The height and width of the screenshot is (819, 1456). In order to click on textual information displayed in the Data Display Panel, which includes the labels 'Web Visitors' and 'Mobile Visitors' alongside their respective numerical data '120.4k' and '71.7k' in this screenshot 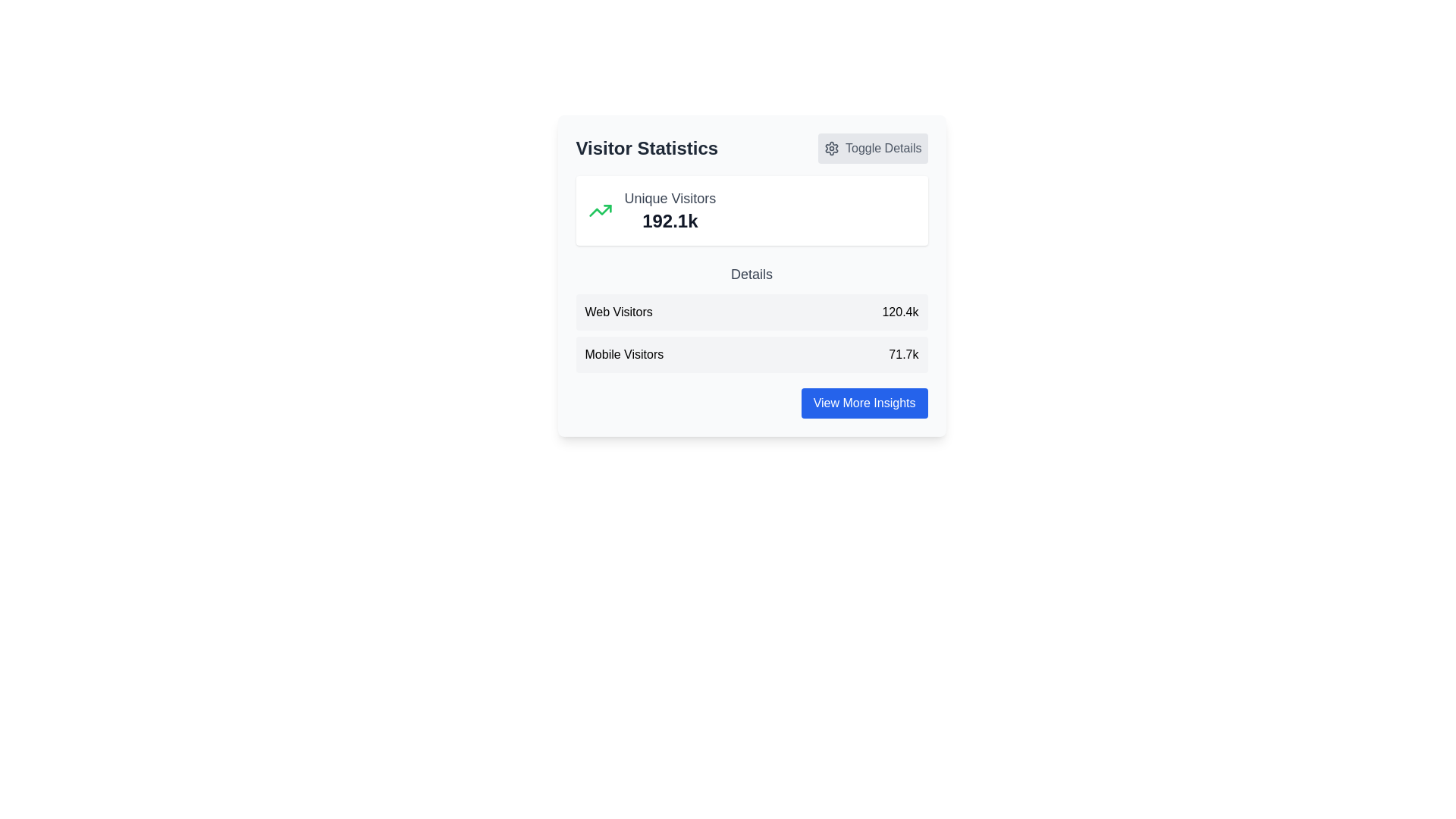, I will do `click(752, 332)`.